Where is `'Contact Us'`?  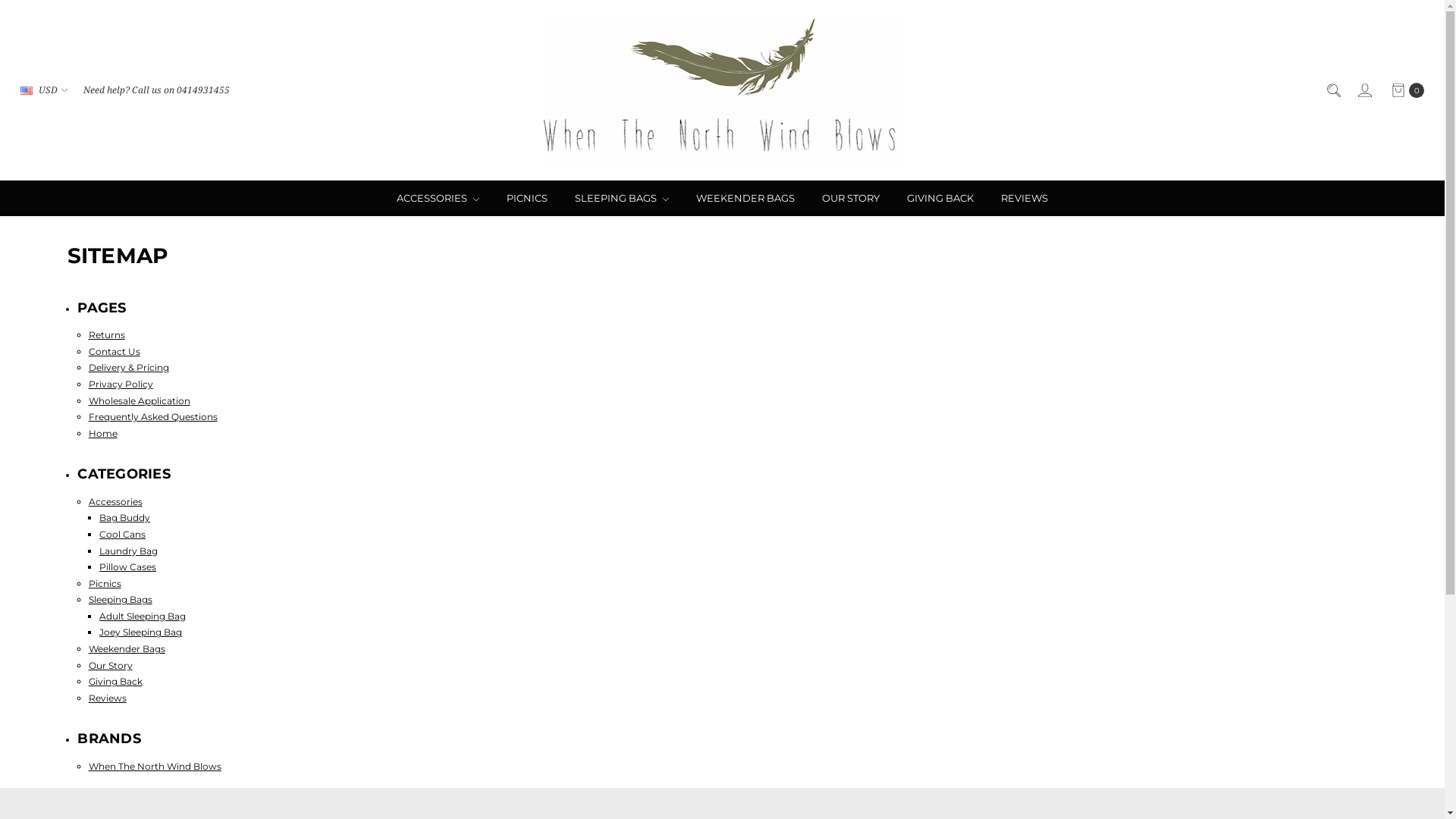 'Contact Us' is located at coordinates (113, 351).